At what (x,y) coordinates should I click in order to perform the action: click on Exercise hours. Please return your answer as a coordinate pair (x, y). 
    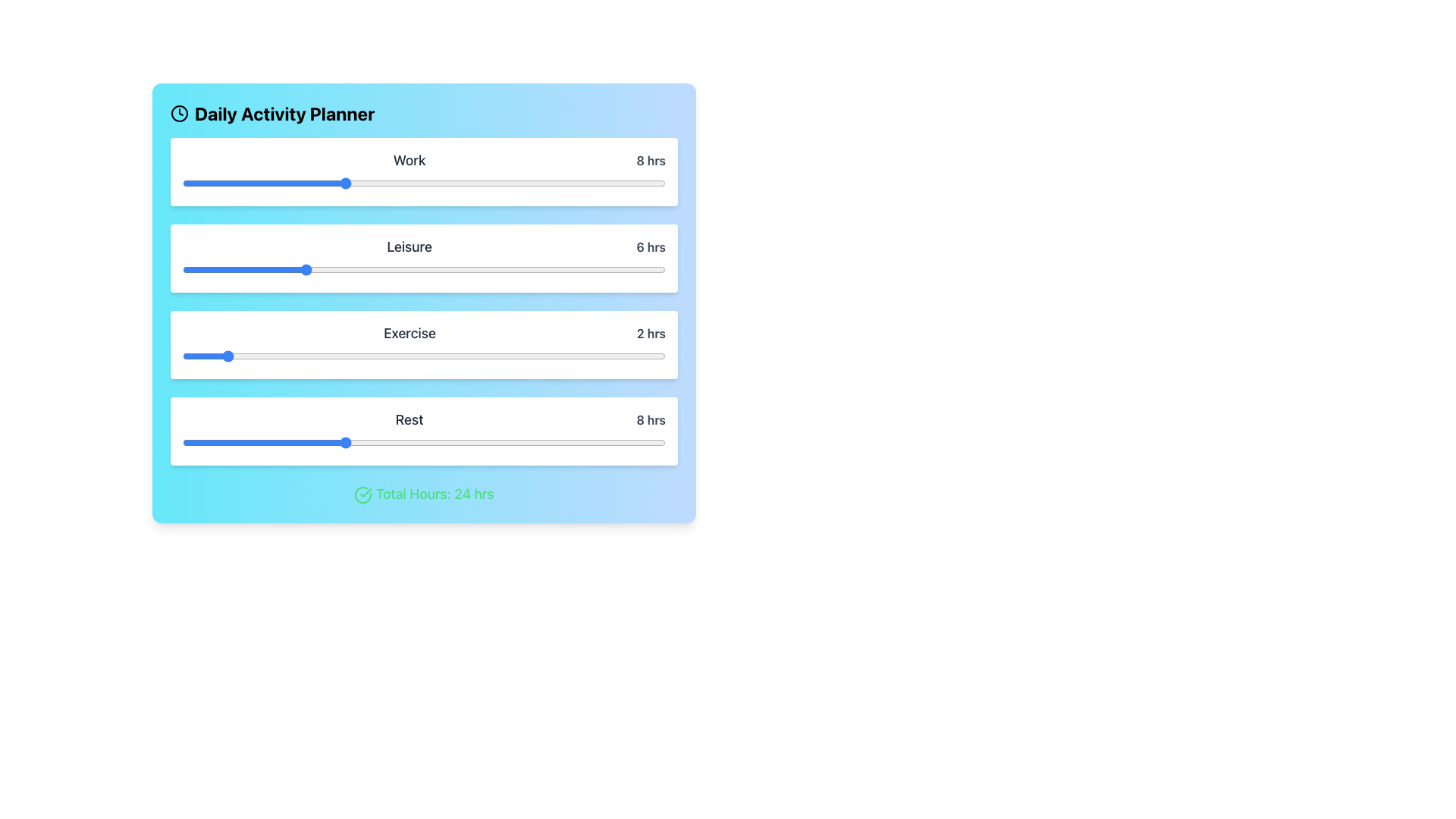
    Looking at the image, I should click on (604, 356).